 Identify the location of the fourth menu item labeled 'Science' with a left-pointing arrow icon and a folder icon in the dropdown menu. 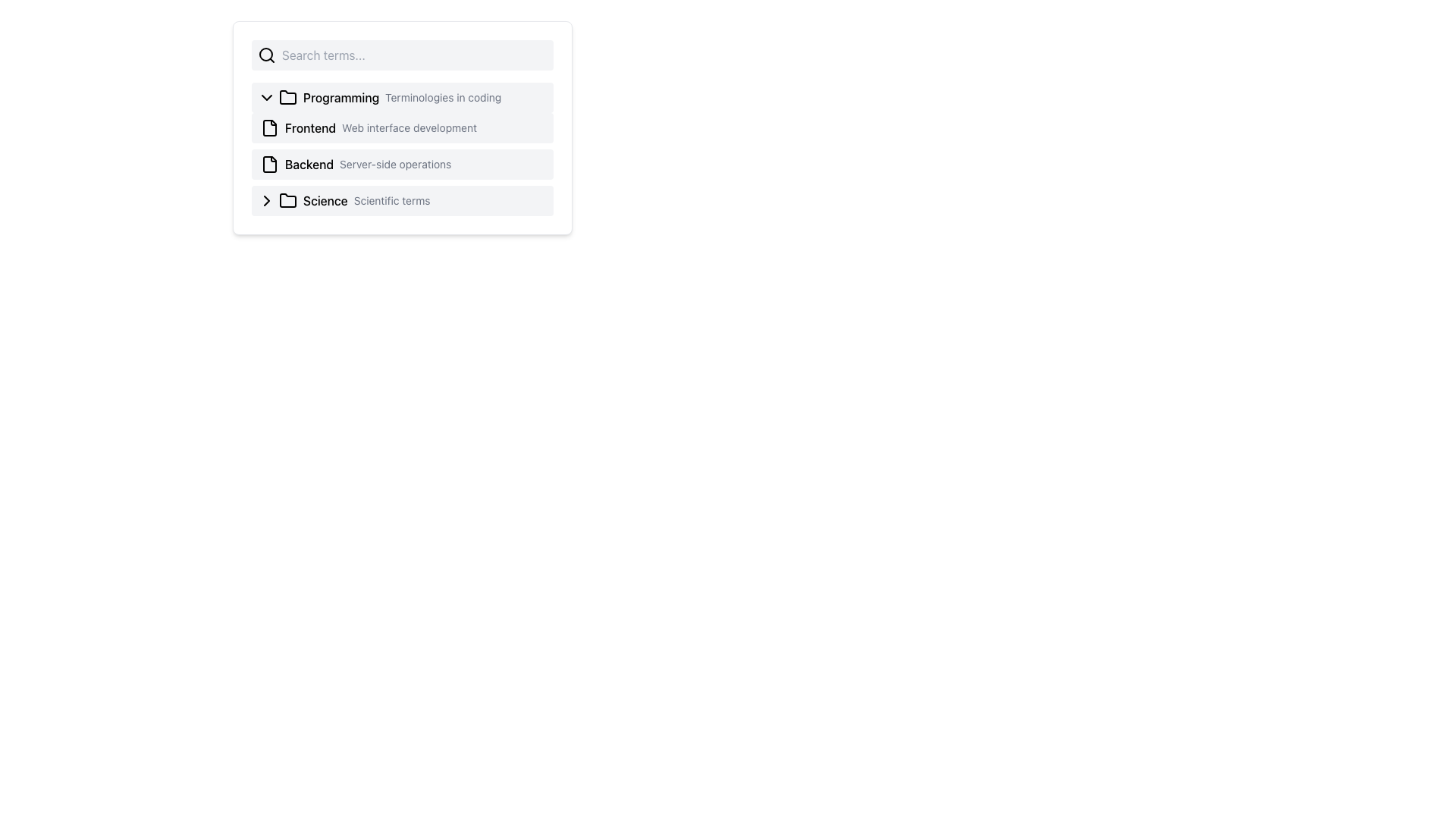
(403, 200).